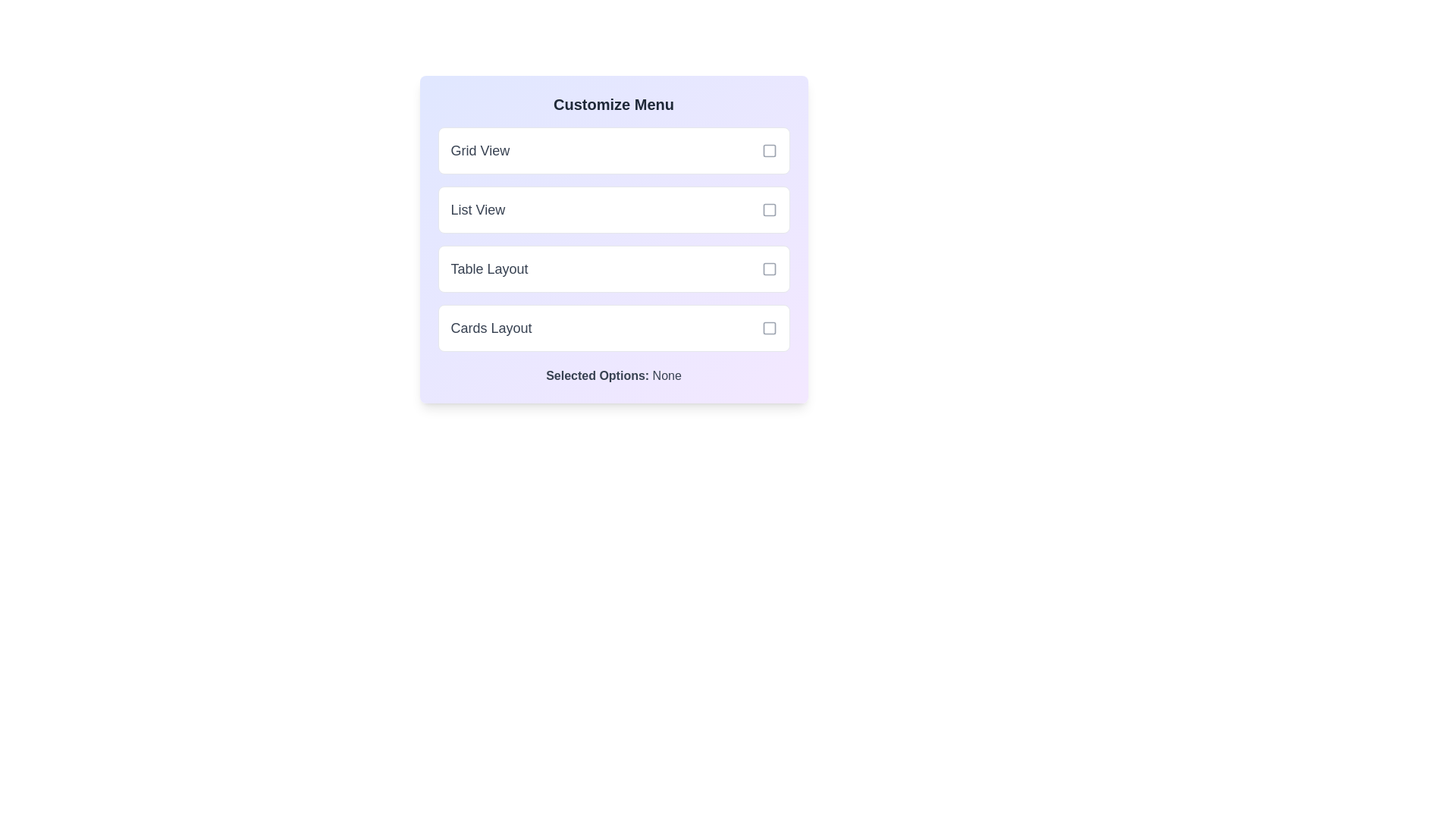 This screenshot has width=1456, height=819. What do you see at coordinates (769, 268) in the screenshot?
I see `the Checkbox element located to the right of the 'Table Layout' label for interaction feedback` at bounding box center [769, 268].